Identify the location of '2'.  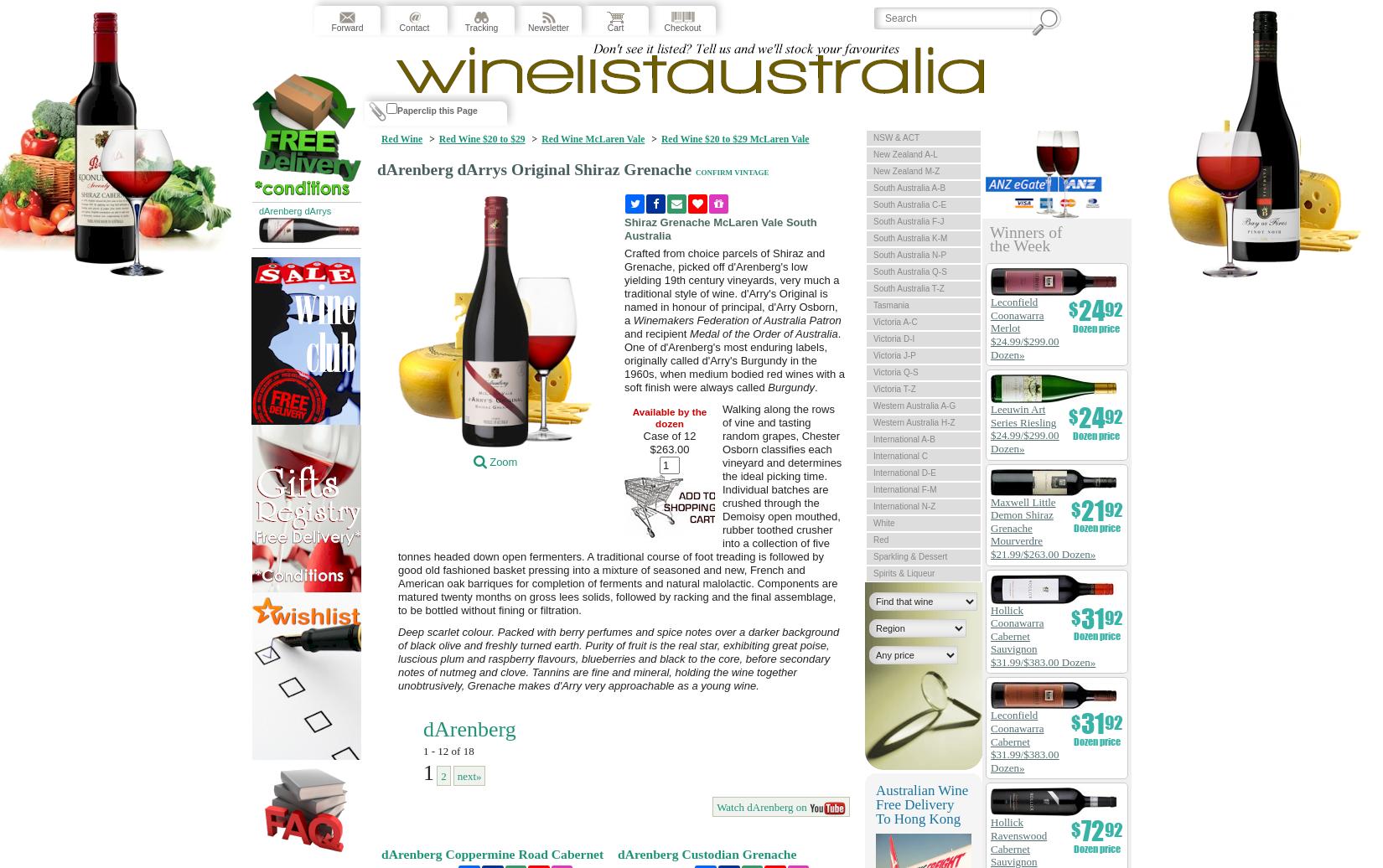
(442, 775).